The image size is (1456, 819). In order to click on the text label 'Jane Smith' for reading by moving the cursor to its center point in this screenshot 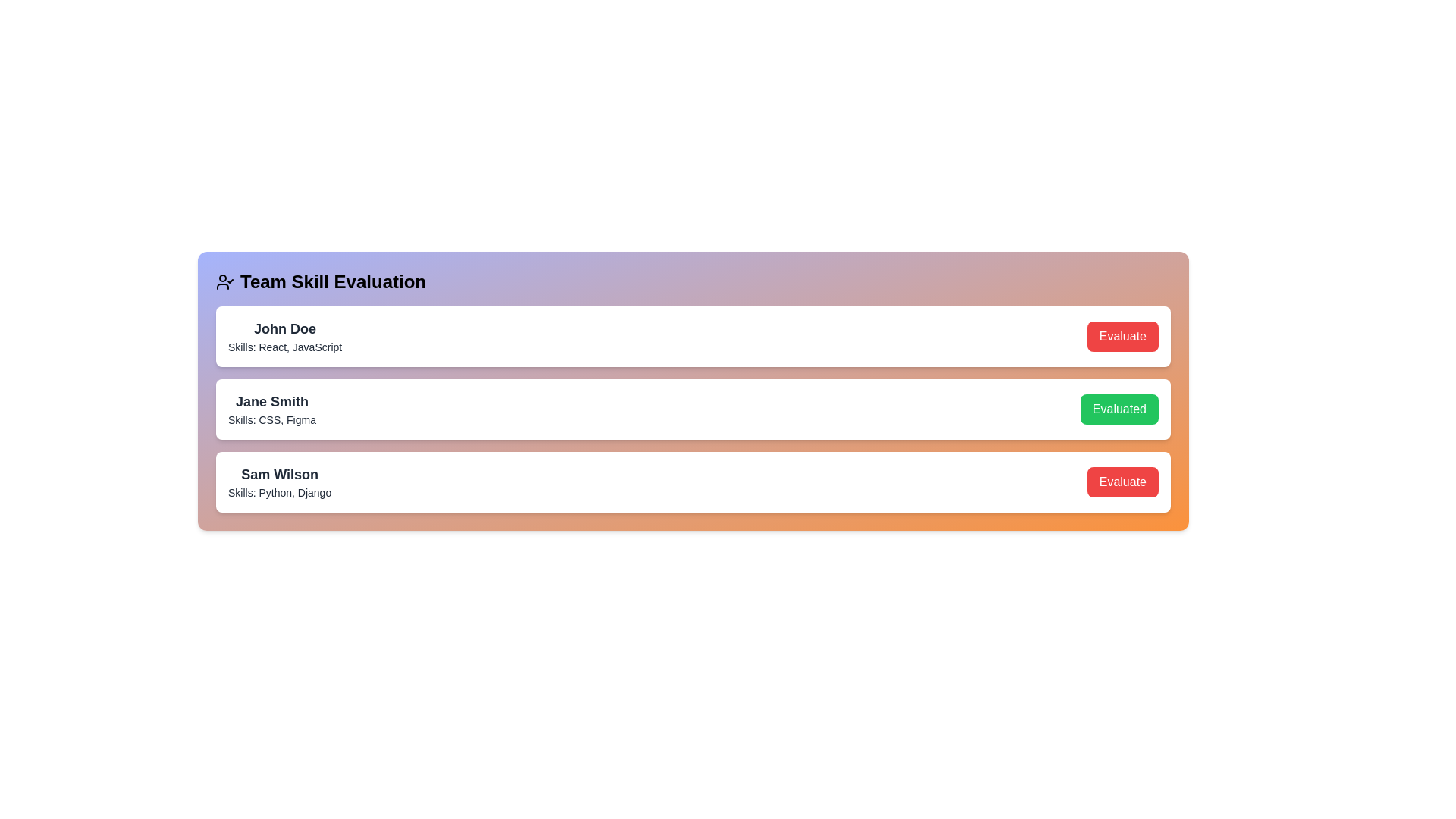, I will do `click(272, 400)`.